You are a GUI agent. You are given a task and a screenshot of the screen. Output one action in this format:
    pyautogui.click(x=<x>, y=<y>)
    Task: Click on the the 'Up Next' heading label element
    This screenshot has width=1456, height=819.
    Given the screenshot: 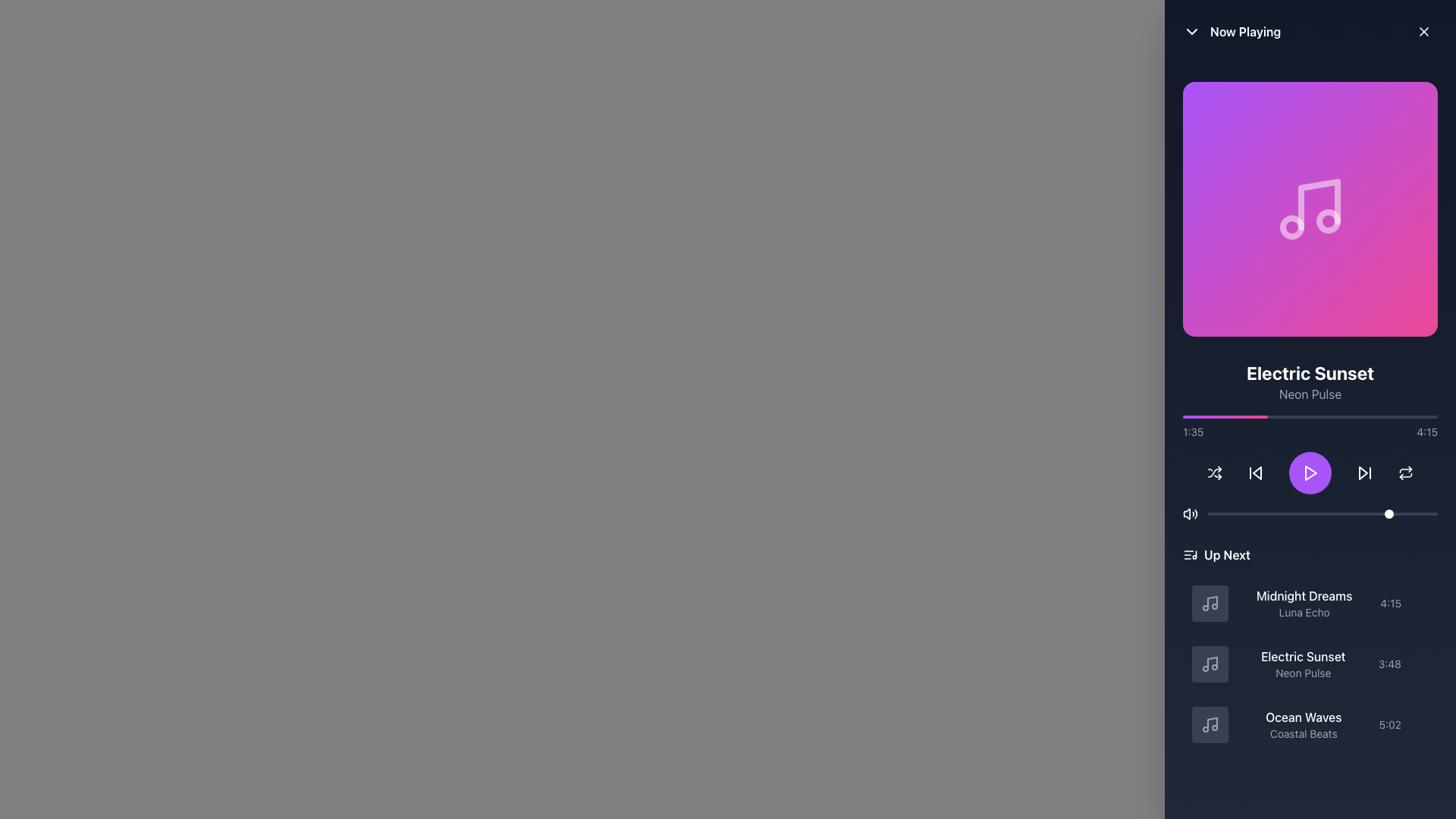 What is the action you would take?
    pyautogui.click(x=1310, y=555)
    